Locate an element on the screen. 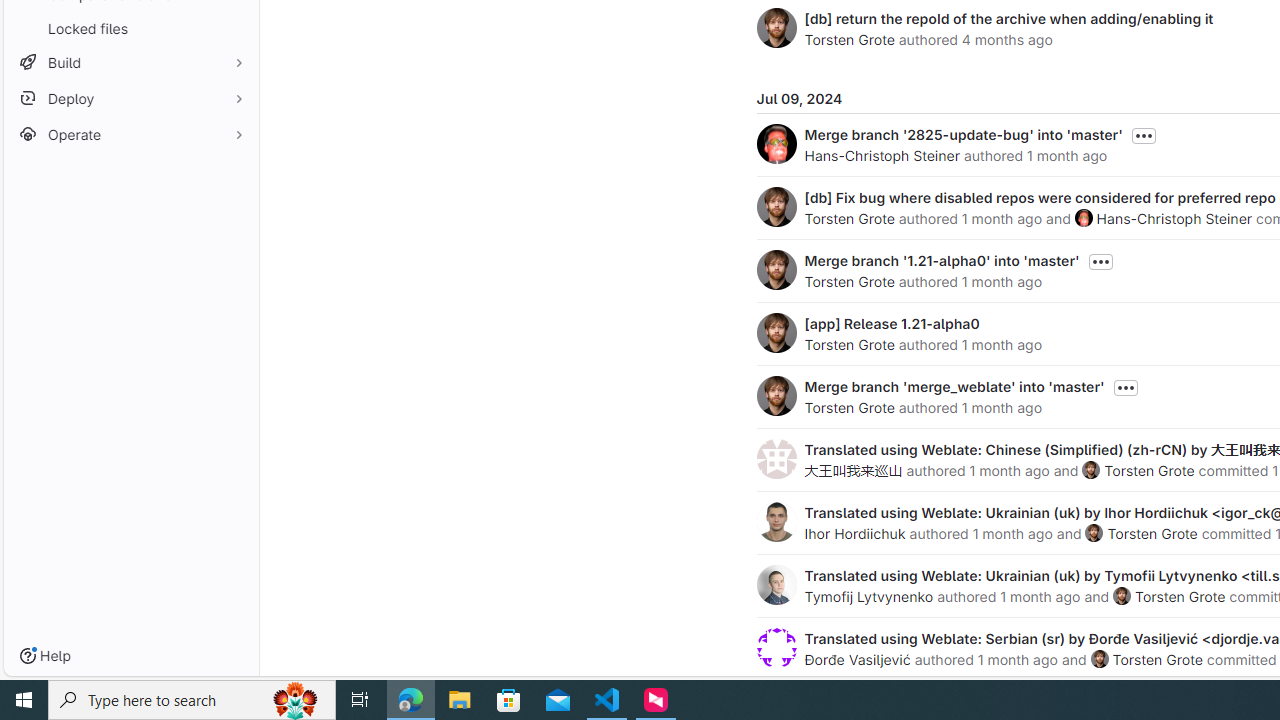 This screenshot has width=1280, height=720. 'Tymofij Lytvynenko' is located at coordinates (775, 585).